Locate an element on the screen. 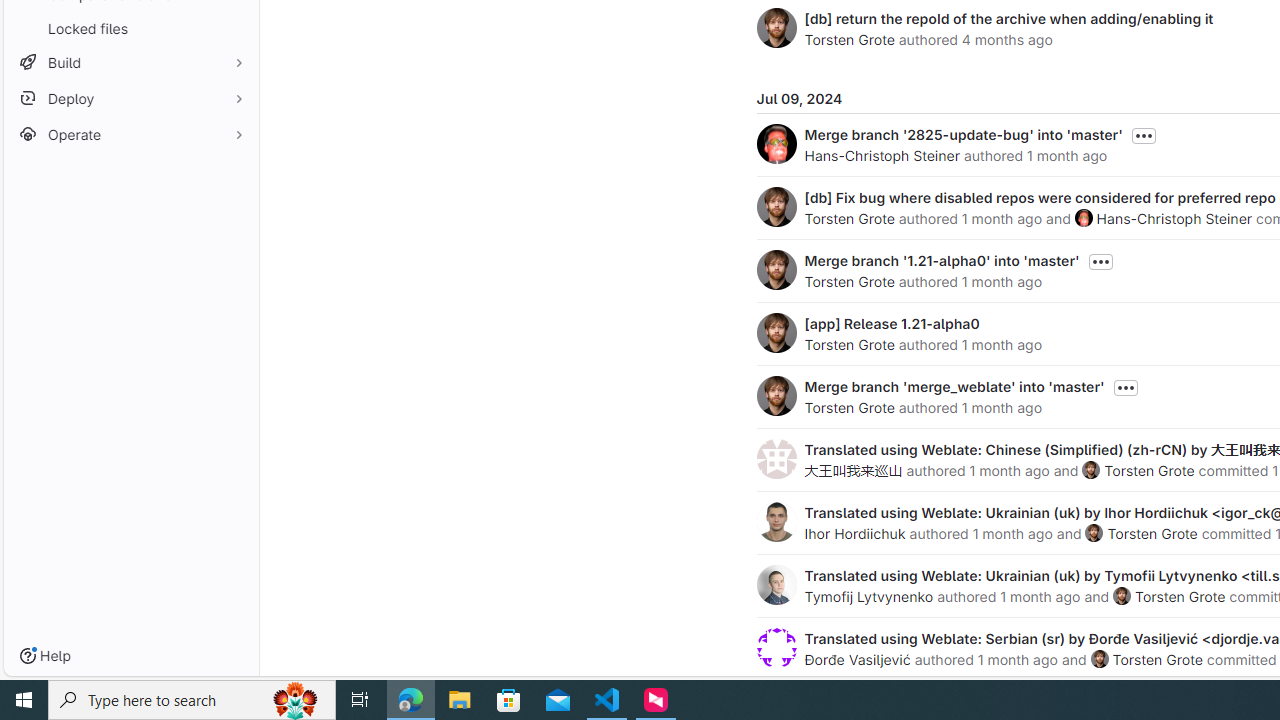 This screenshot has width=1280, height=720. 'Tymofij Lytvynenko' is located at coordinates (775, 585).